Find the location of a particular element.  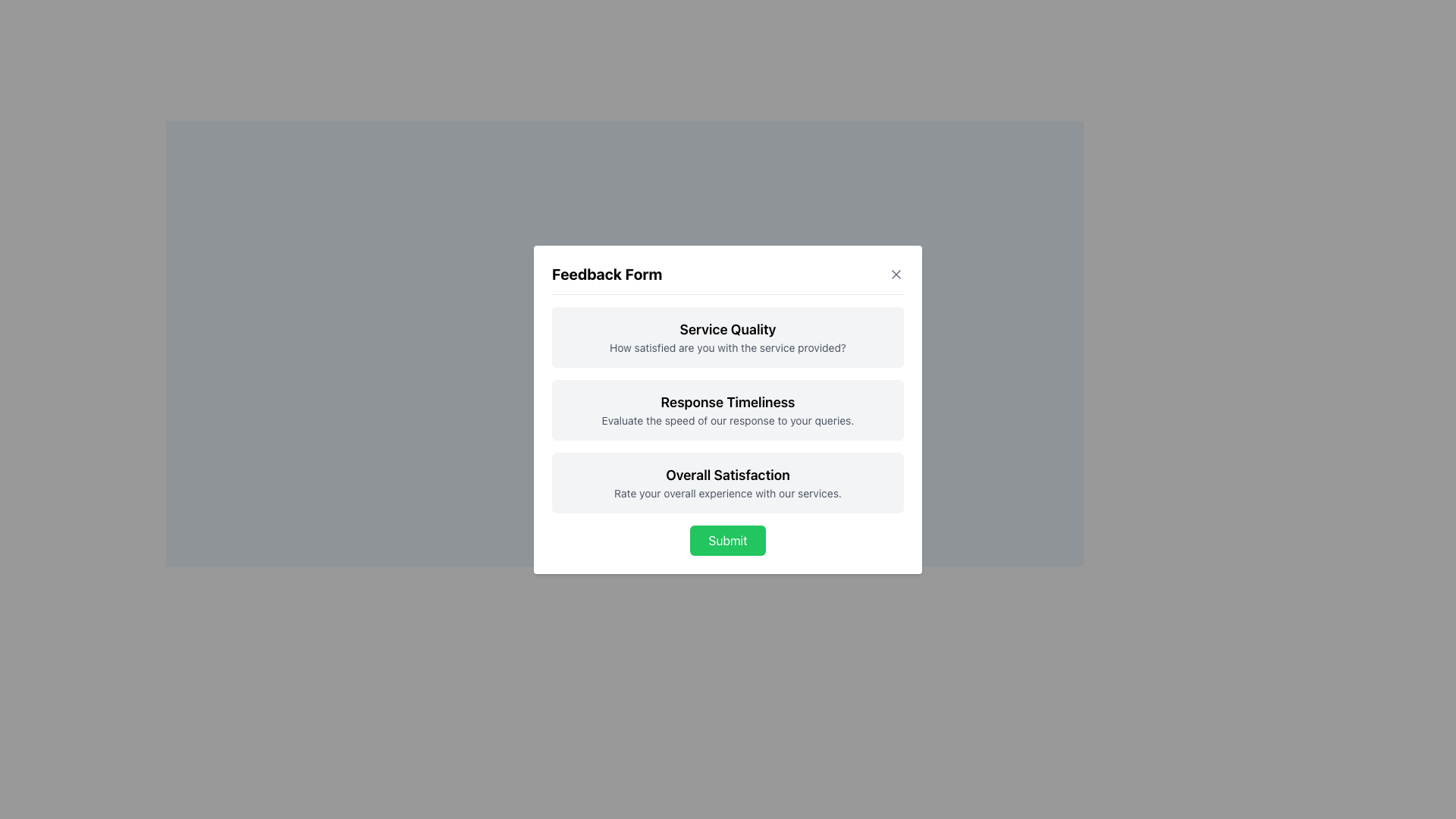

the 'Response Timeliness' feedback section, which is the second section of the 'Feedback Form' interface, featuring a bold title and a light gray background is located at coordinates (728, 409).